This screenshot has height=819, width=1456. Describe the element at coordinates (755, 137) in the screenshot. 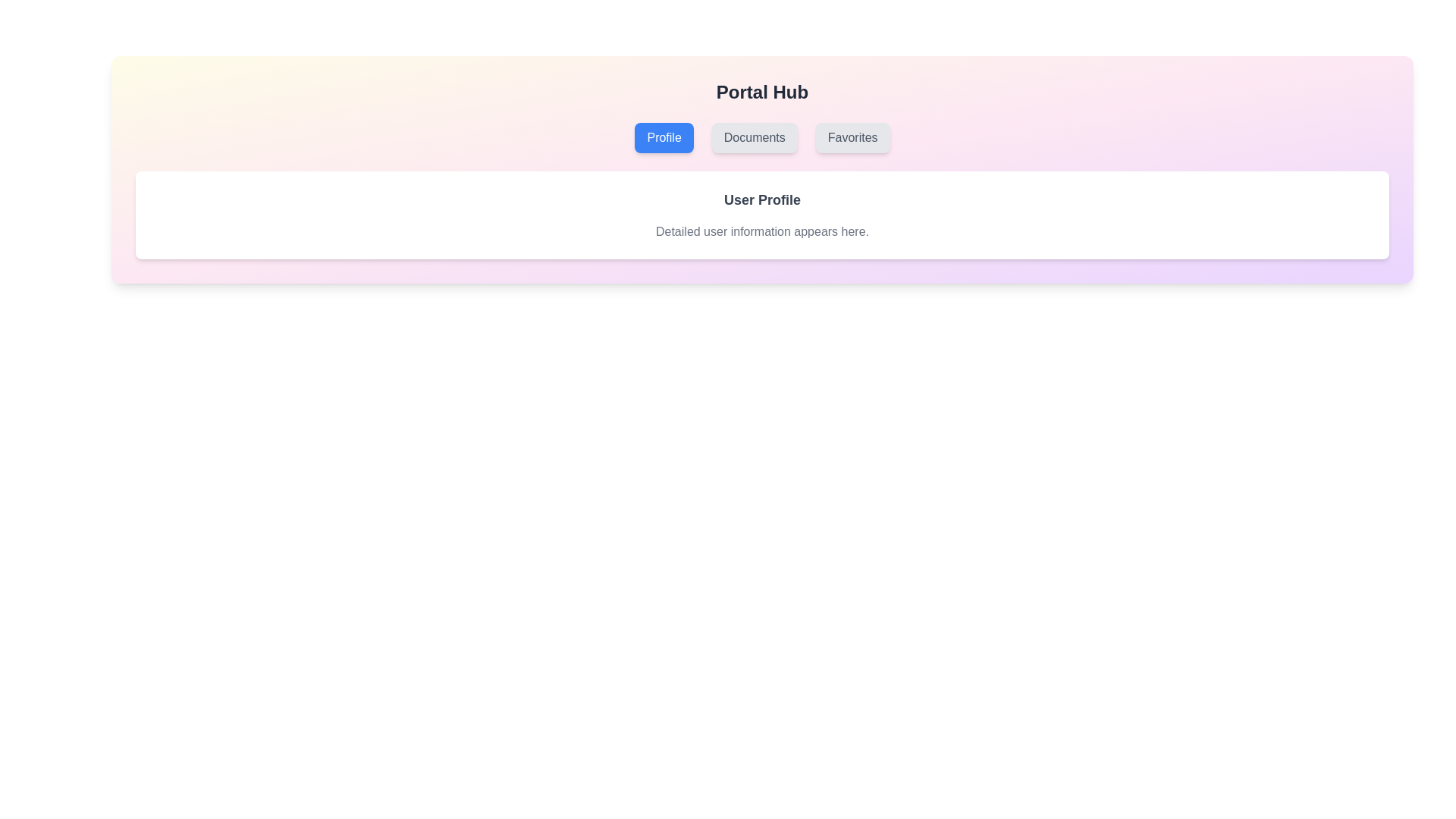

I see `the 'Documents' button, which is a rectangular button with rounded corners, light gray background, and dark gray text, located near the top-center of the interface just below the 'Portal Hub' heading` at that location.